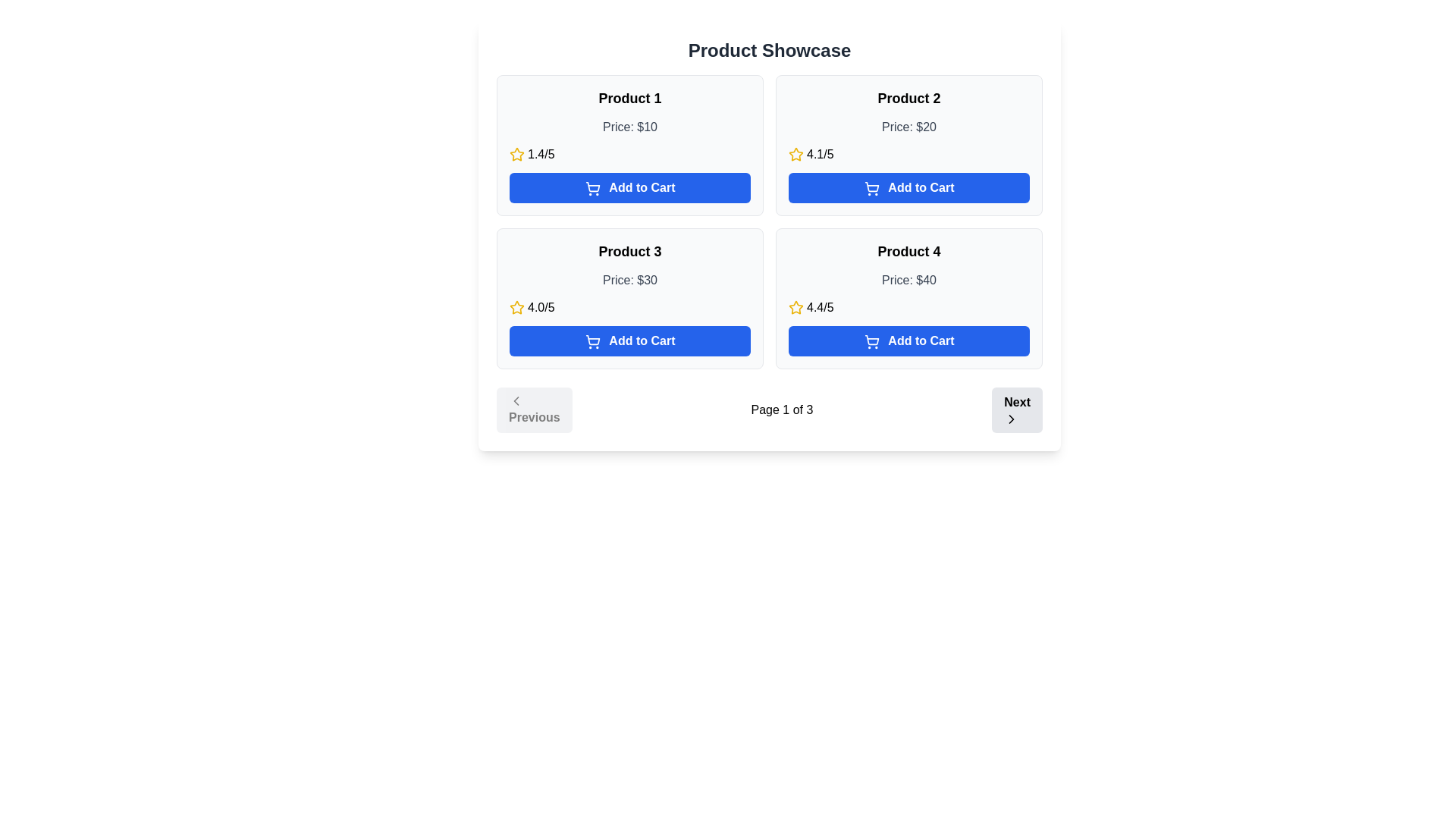 The image size is (1456, 819). Describe the element at coordinates (629, 99) in the screenshot. I see `the text label displaying 'Product 1', which is styled with a larger font size and bold weight, located prominently at the top of the bordered card for Product 1` at that location.